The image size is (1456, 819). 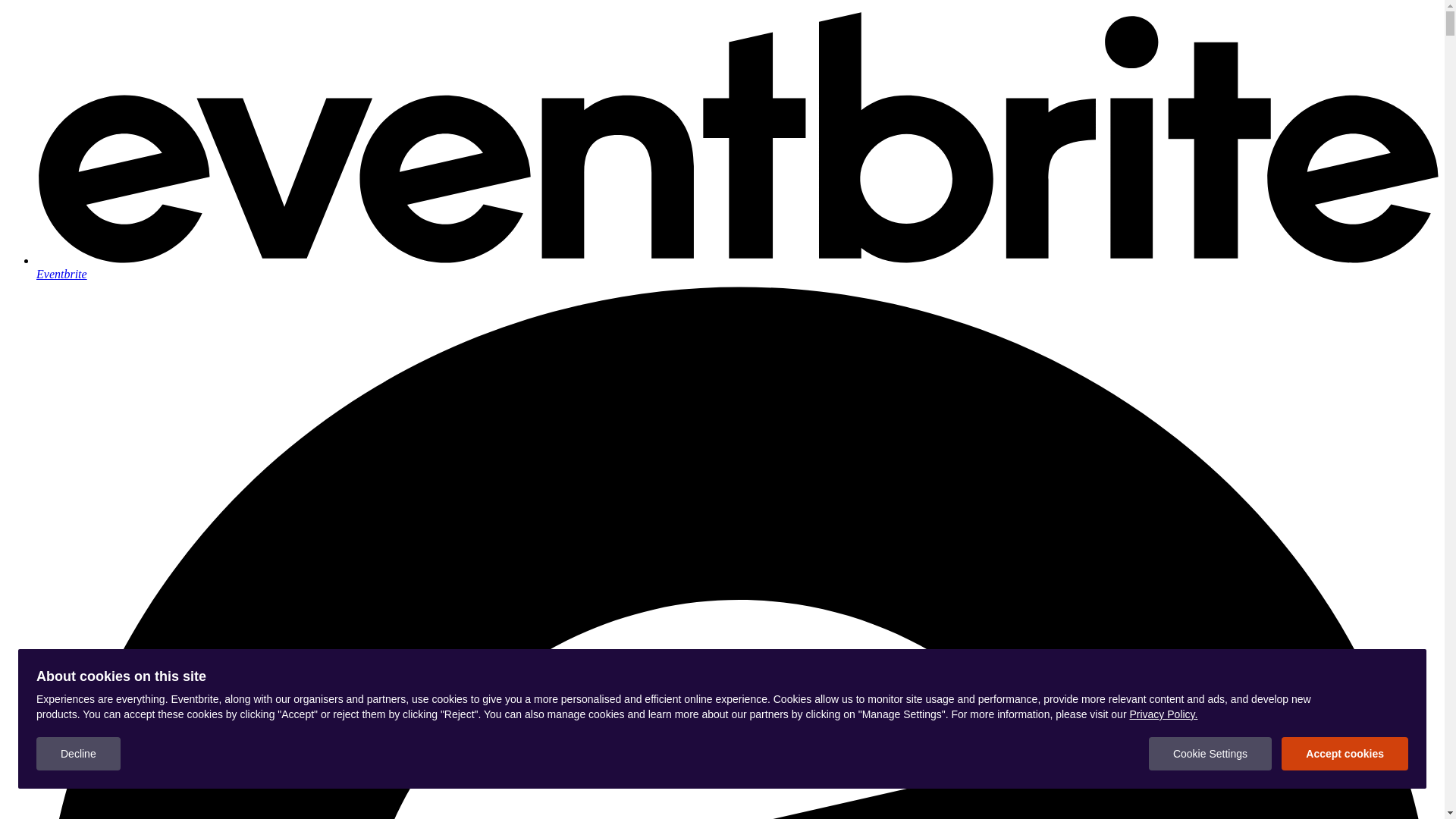 I want to click on 'Privacy Policy.', so click(x=1163, y=714).